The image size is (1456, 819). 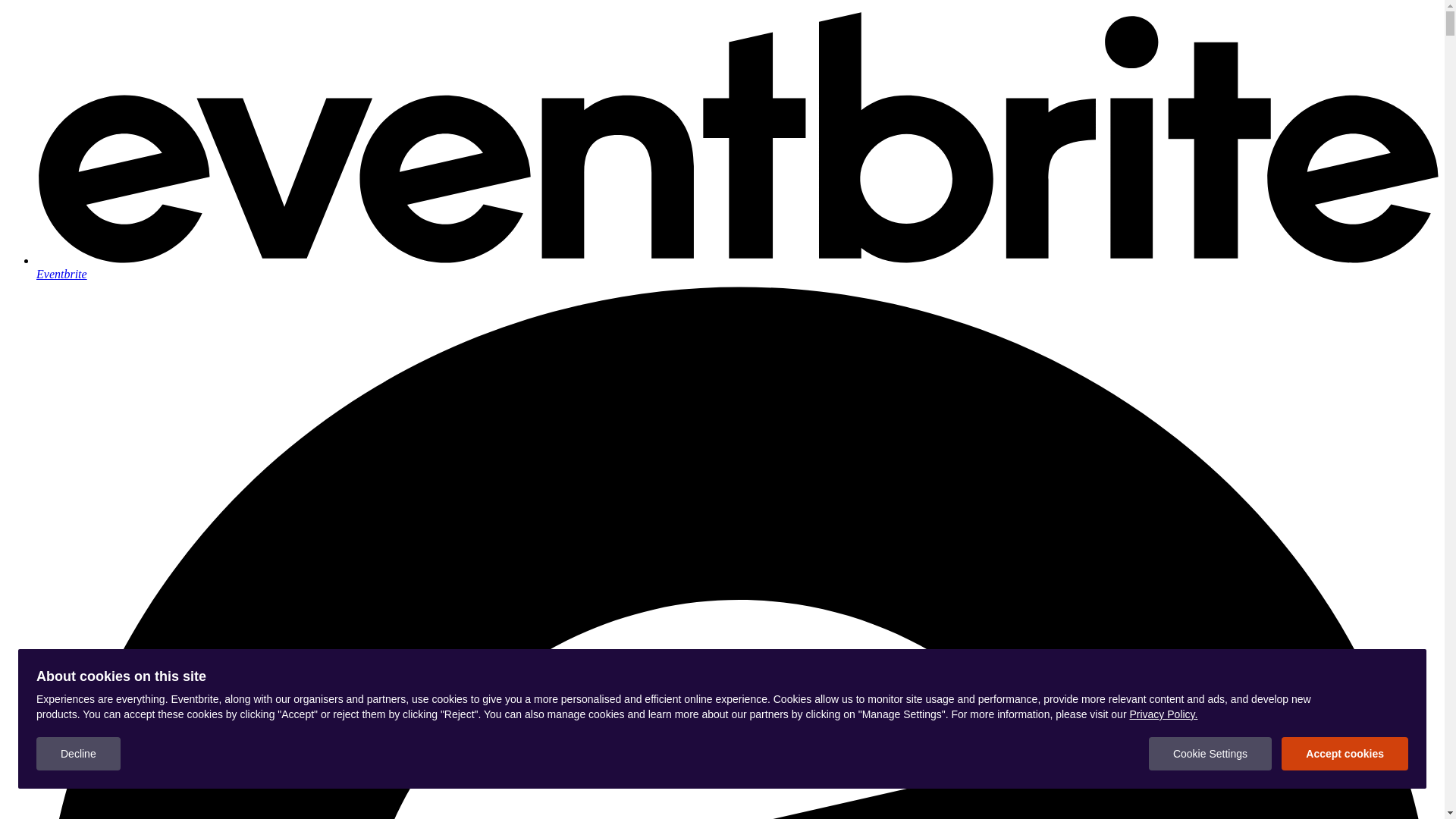 I want to click on 'Privacy Policy.', so click(x=1163, y=714).